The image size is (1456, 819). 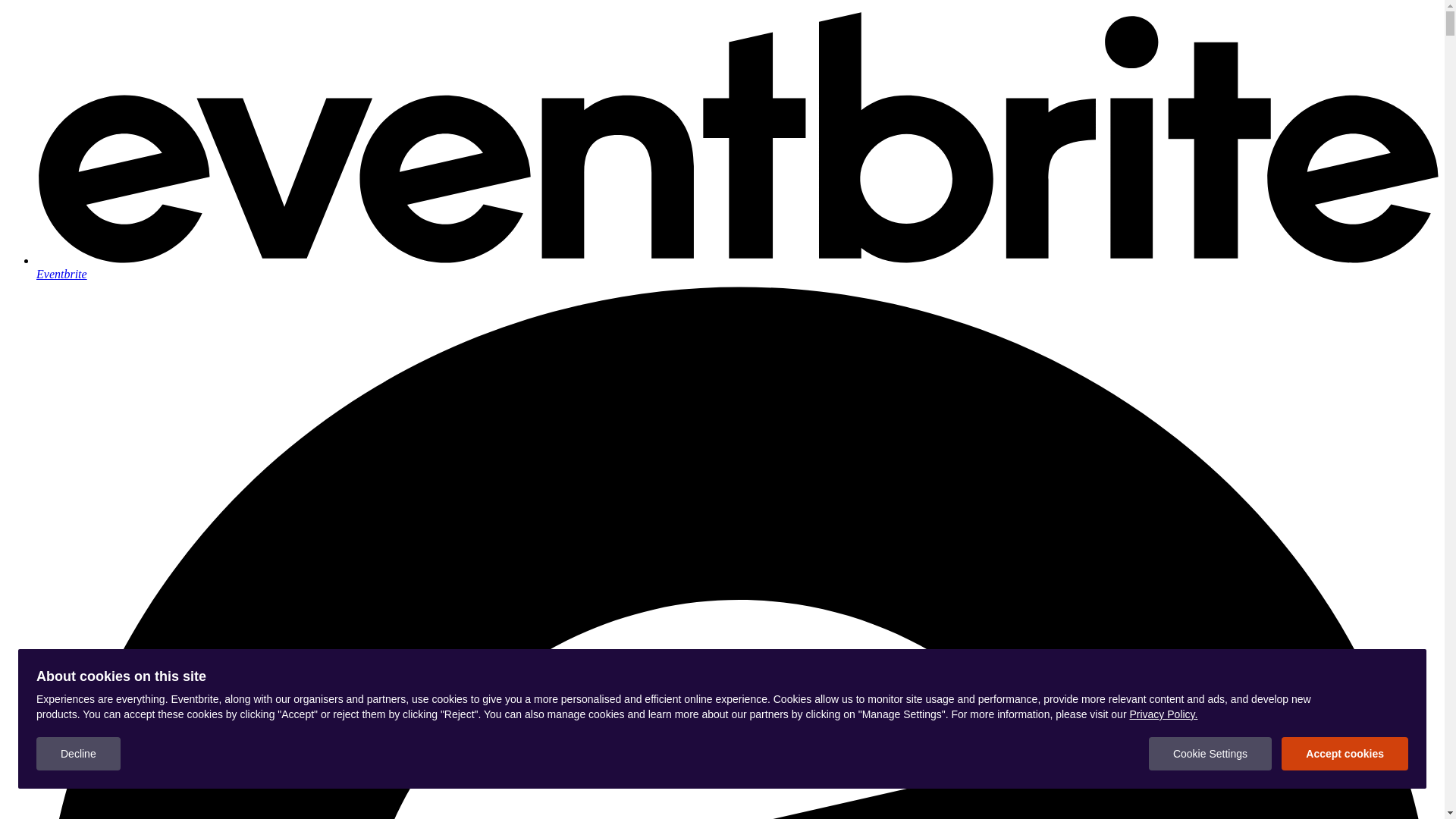 I want to click on 'Privacy Policy.', so click(x=1163, y=714).